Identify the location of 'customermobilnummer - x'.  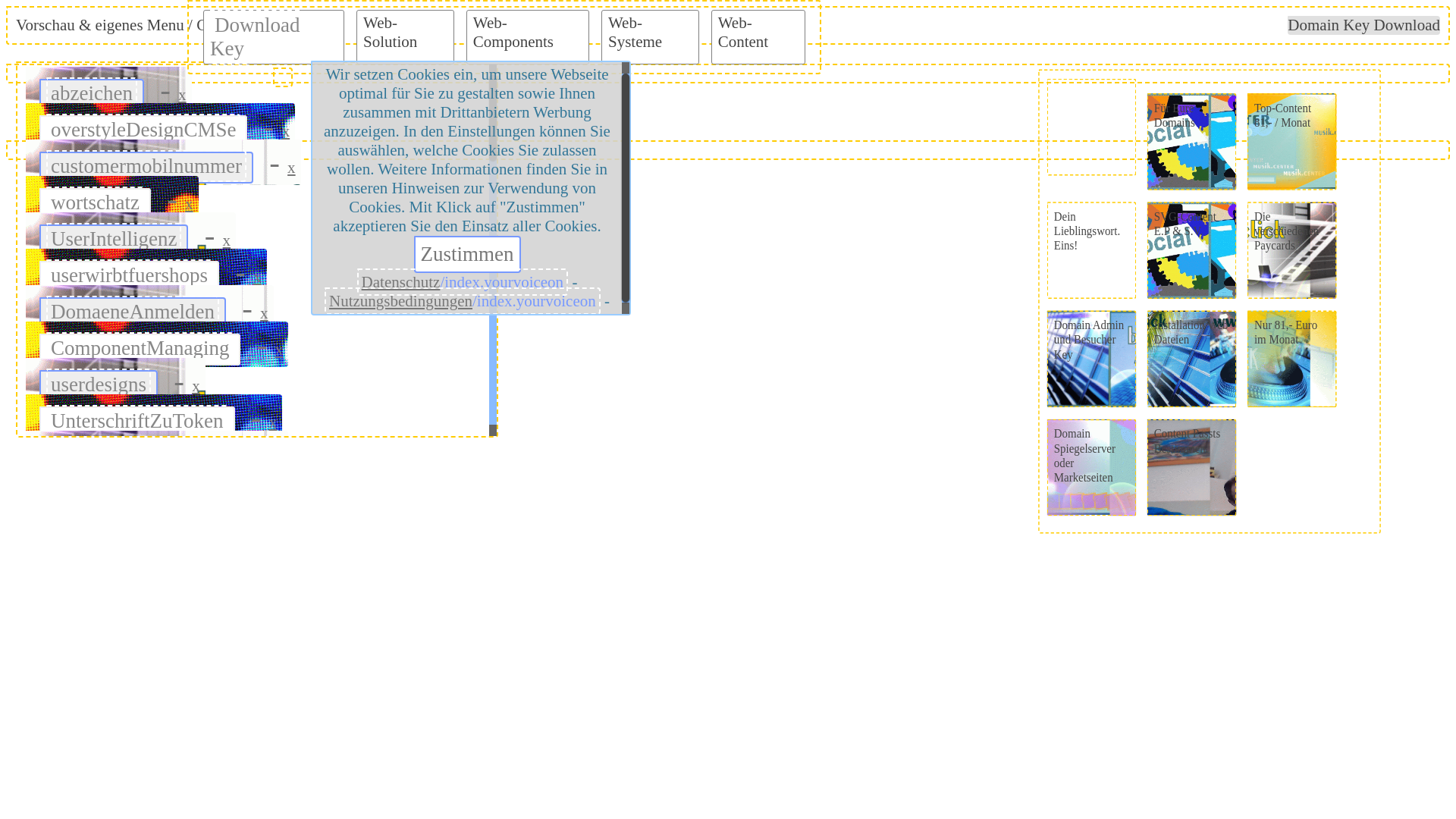
(163, 162).